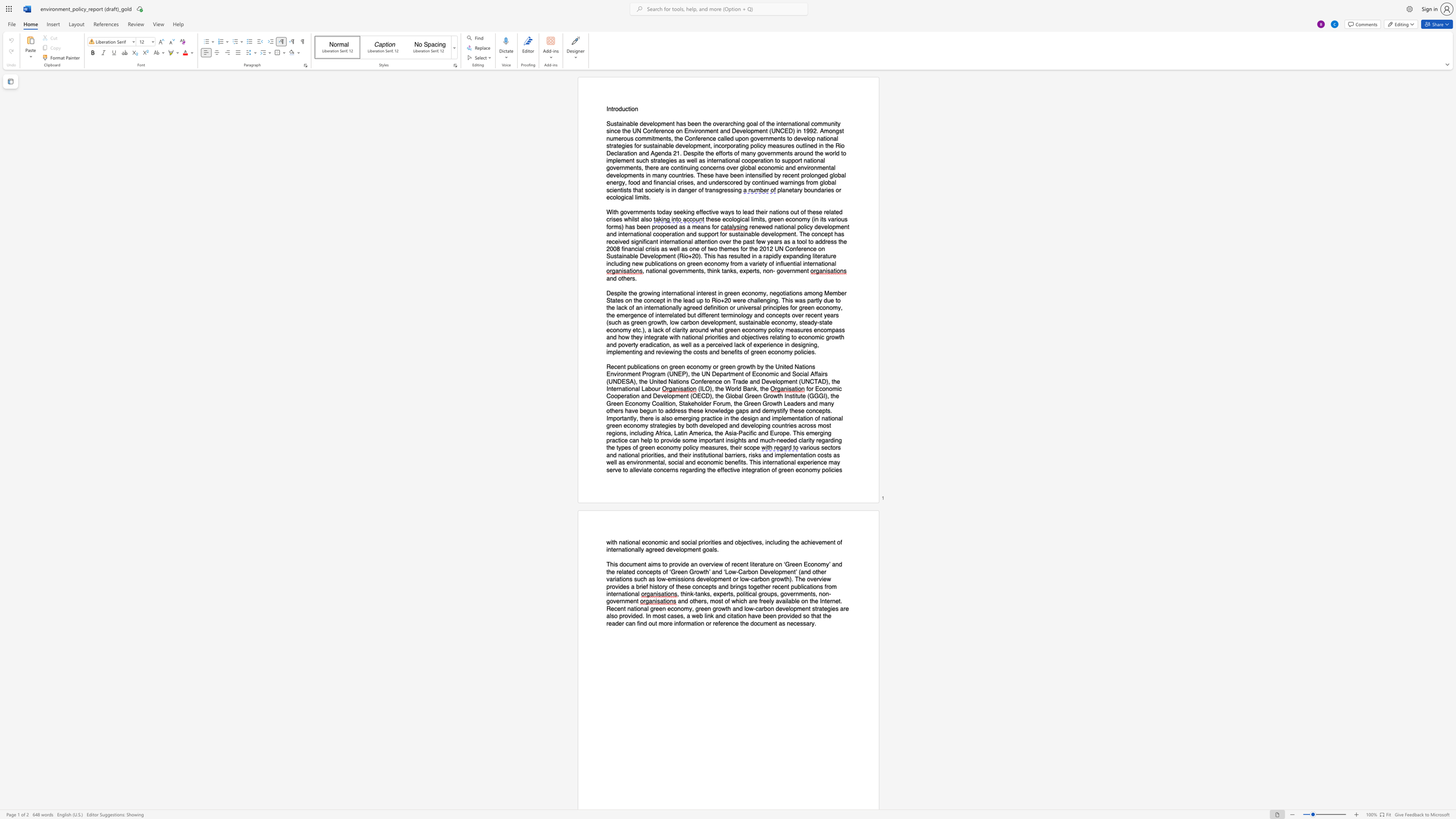 Image resolution: width=1456 pixels, height=819 pixels. What do you see at coordinates (696, 374) in the screenshot?
I see `the subset text "e UN Department of Economic and Social Affairs (UNDESA), the Un" within the text "Recent publications on green economy or green growth by the United Nations Environment Program (UNEP), the UN Department of Economic and Social Affairs (UNDESA), the United Nations Conference on Trade and Development (UNCTAD), the International Labour"` at bounding box center [696, 374].